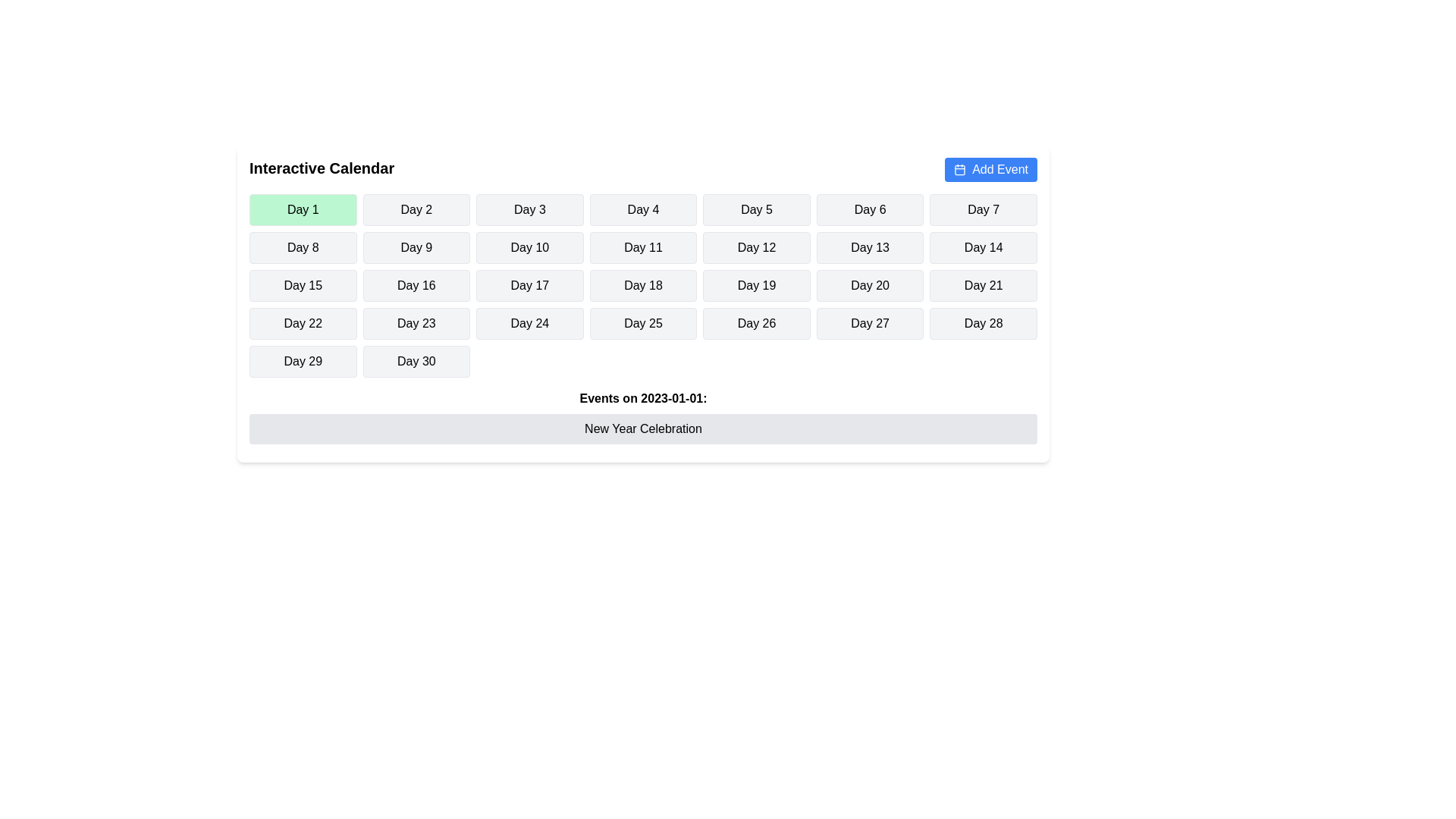  What do you see at coordinates (984, 247) in the screenshot?
I see `the rectangular button labeled 'Day 14'` at bounding box center [984, 247].